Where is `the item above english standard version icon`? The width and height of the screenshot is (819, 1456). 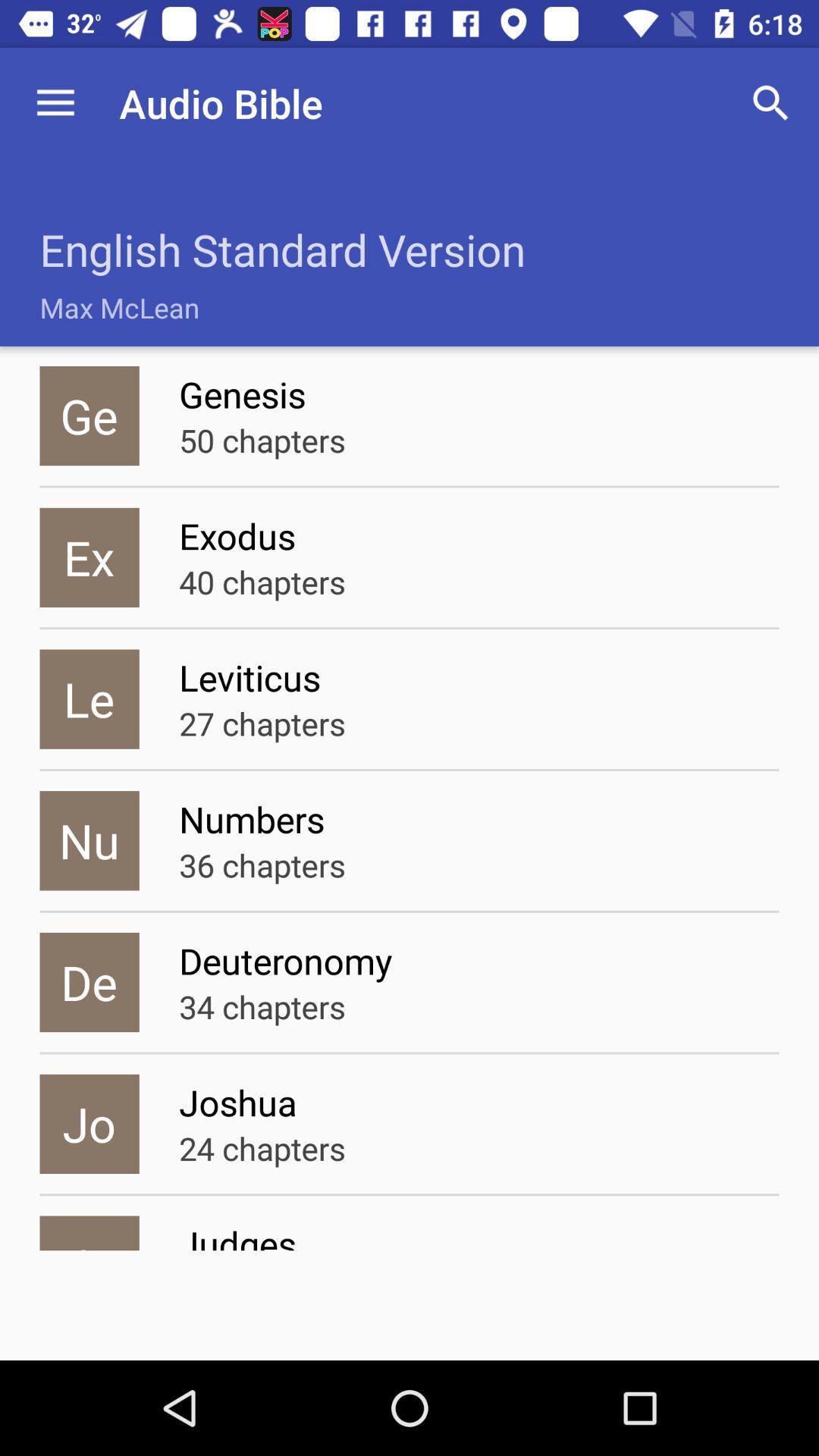 the item above english standard version icon is located at coordinates (55, 102).